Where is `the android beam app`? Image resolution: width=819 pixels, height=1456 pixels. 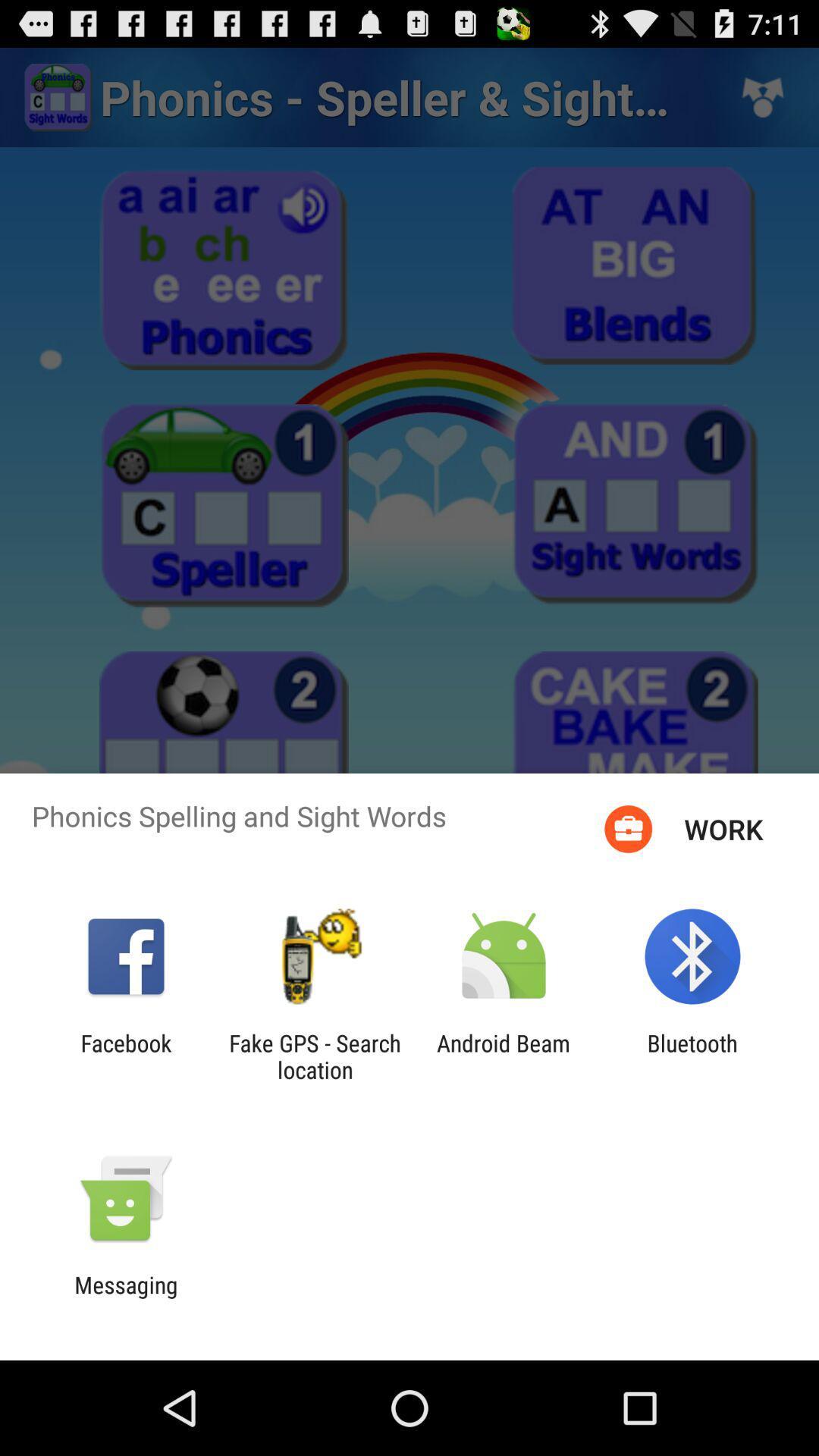 the android beam app is located at coordinates (504, 1056).